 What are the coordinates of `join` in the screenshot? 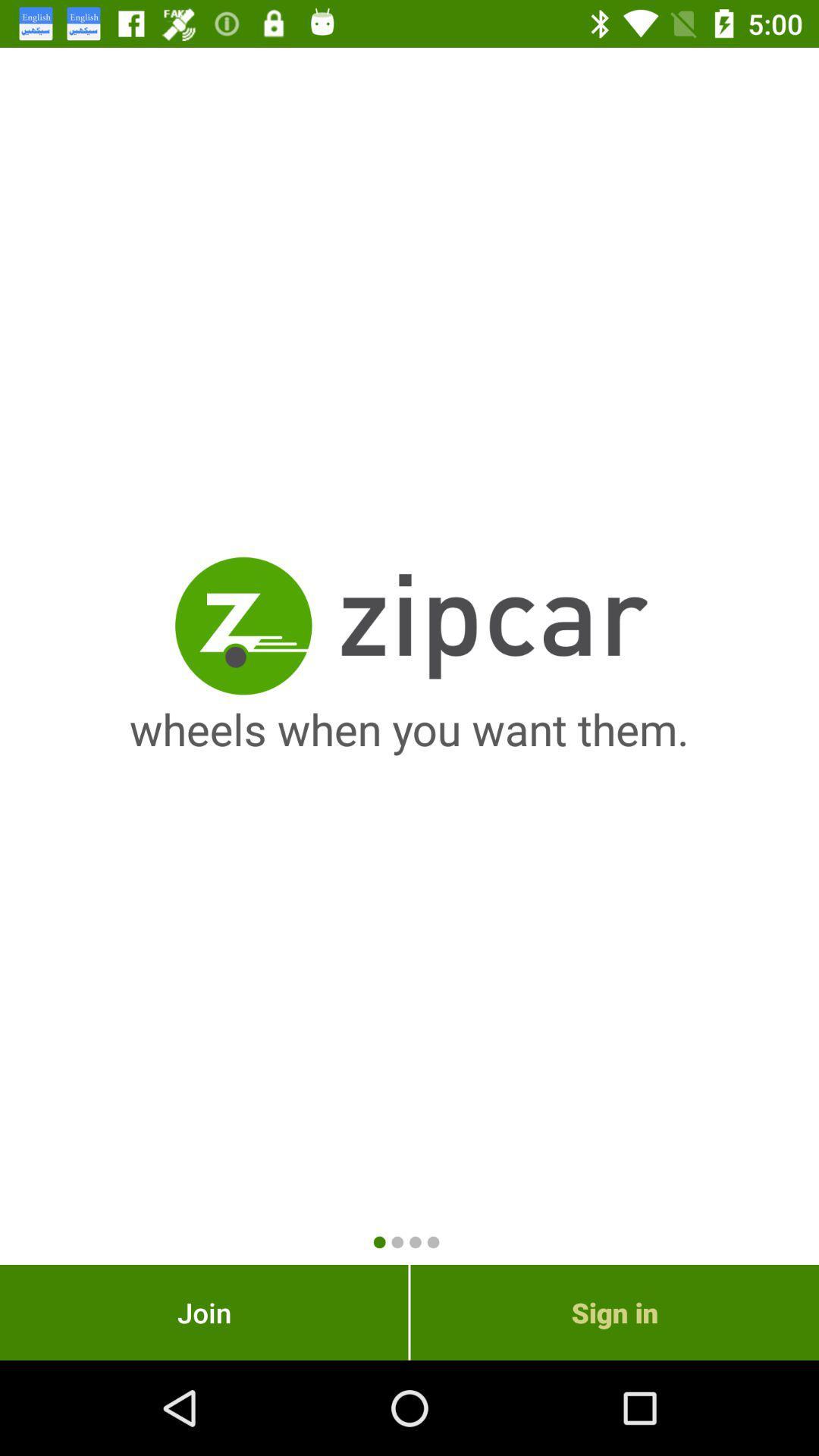 It's located at (203, 1312).